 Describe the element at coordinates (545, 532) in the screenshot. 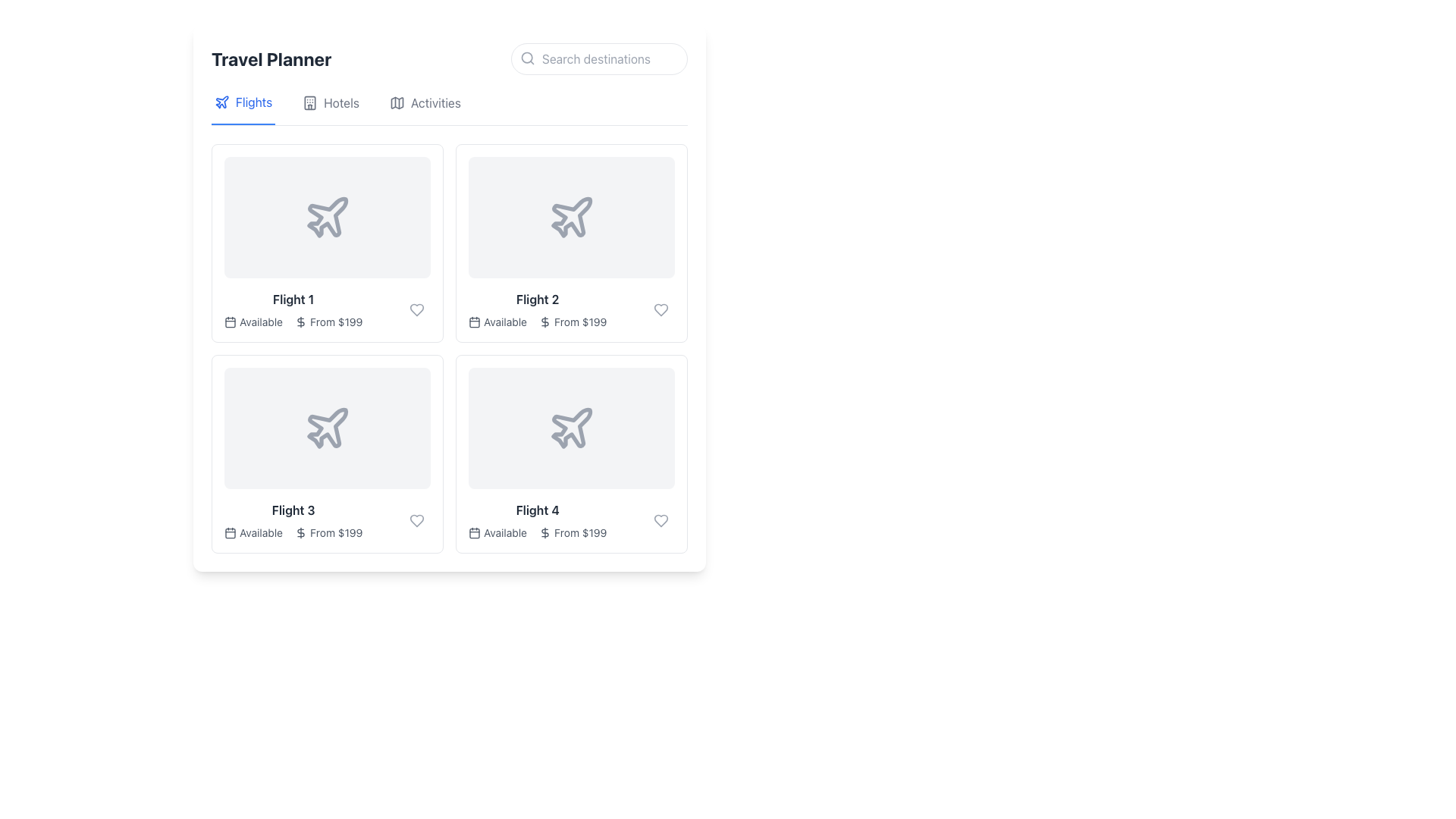

I see `the currency icon located to the left of the price text 'From $199' in the bottom section of the fourth flight card` at that location.